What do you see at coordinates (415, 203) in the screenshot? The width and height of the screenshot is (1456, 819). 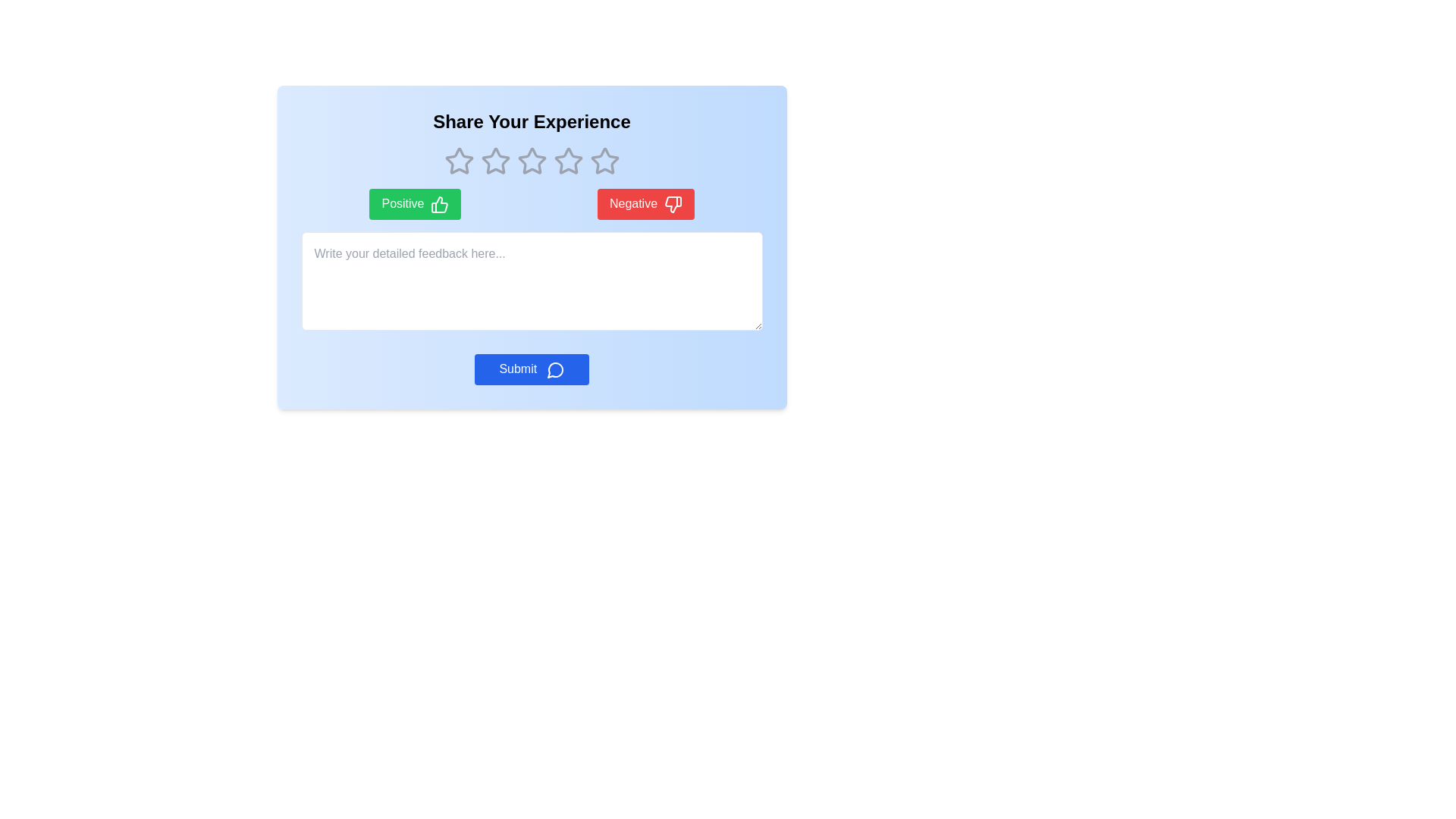 I see `the green button labeled 'Positive' with rounded corners` at bounding box center [415, 203].